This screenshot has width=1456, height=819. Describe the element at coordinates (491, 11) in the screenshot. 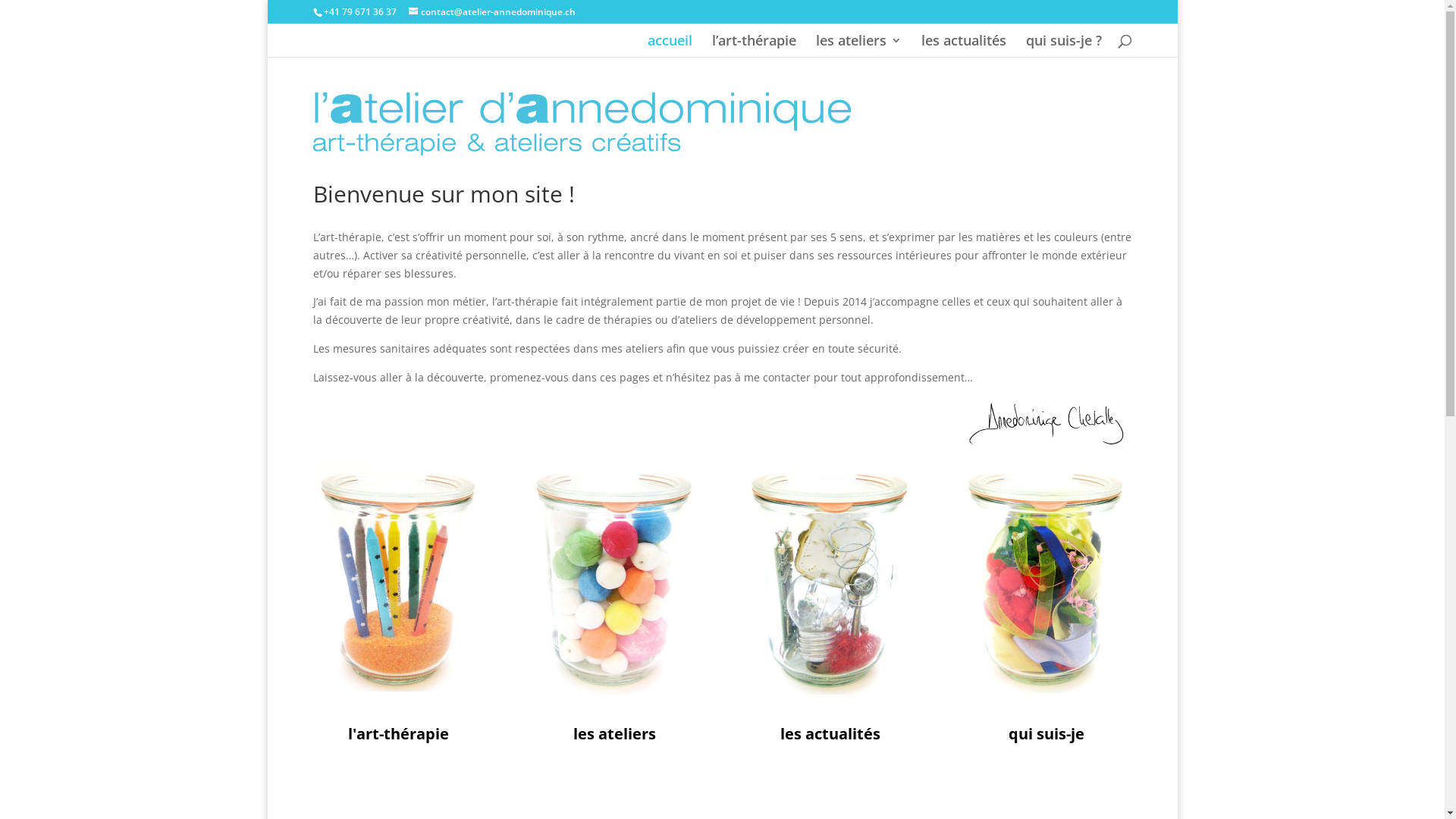

I see `'contact@atelier-annedominique.ch'` at that location.